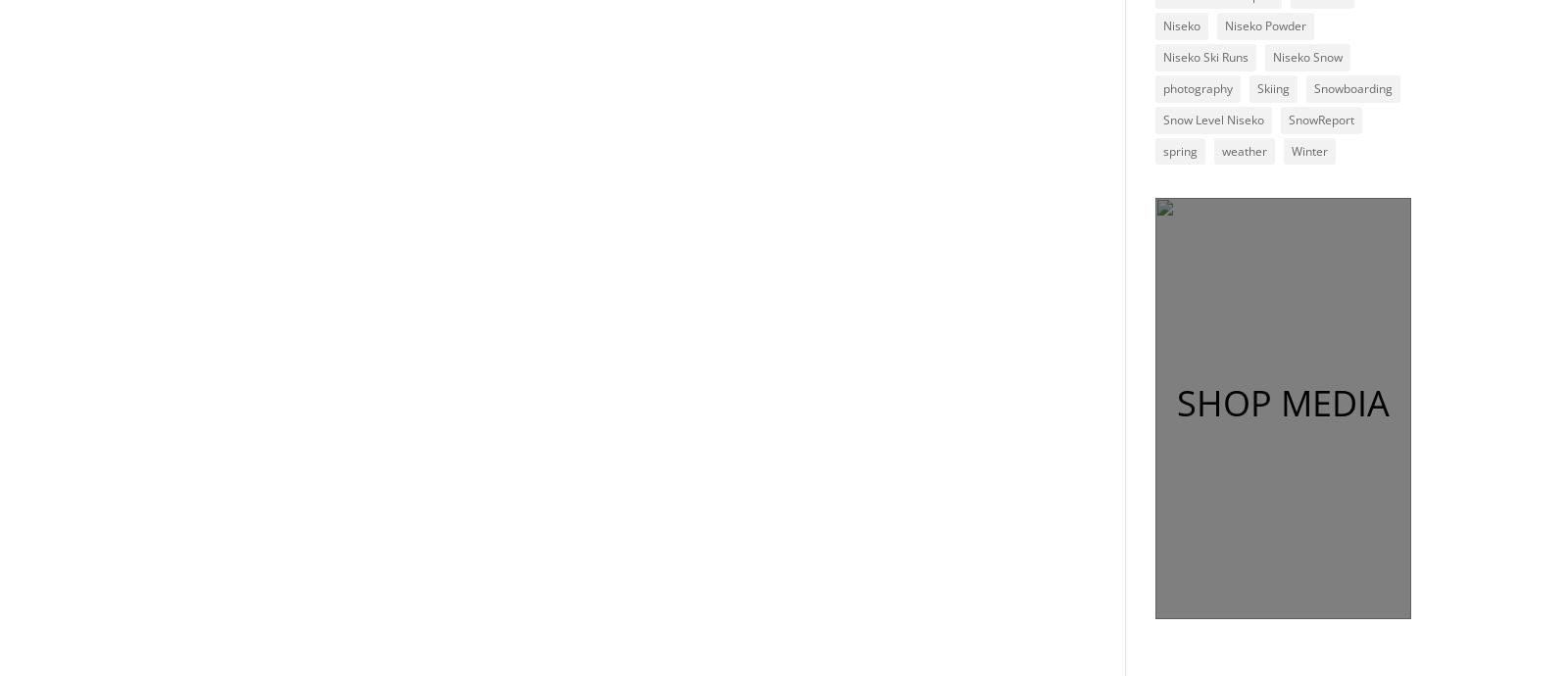 This screenshot has width=1568, height=676. What do you see at coordinates (1220, 150) in the screenshot?
I see `'weather'` at bounding box center [1220, 150].